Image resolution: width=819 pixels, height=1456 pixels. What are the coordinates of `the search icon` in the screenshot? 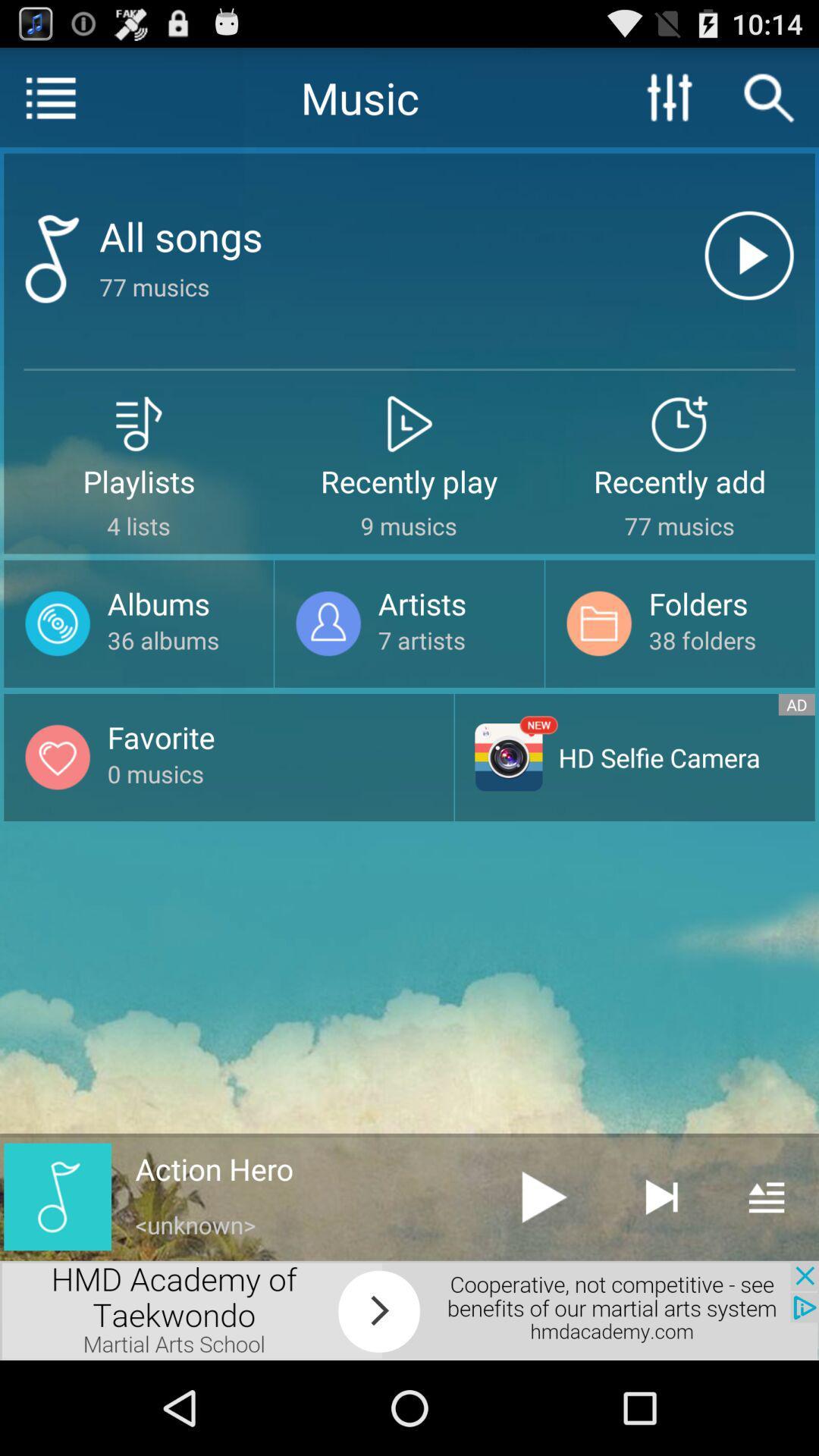 It's located at (769, 103).